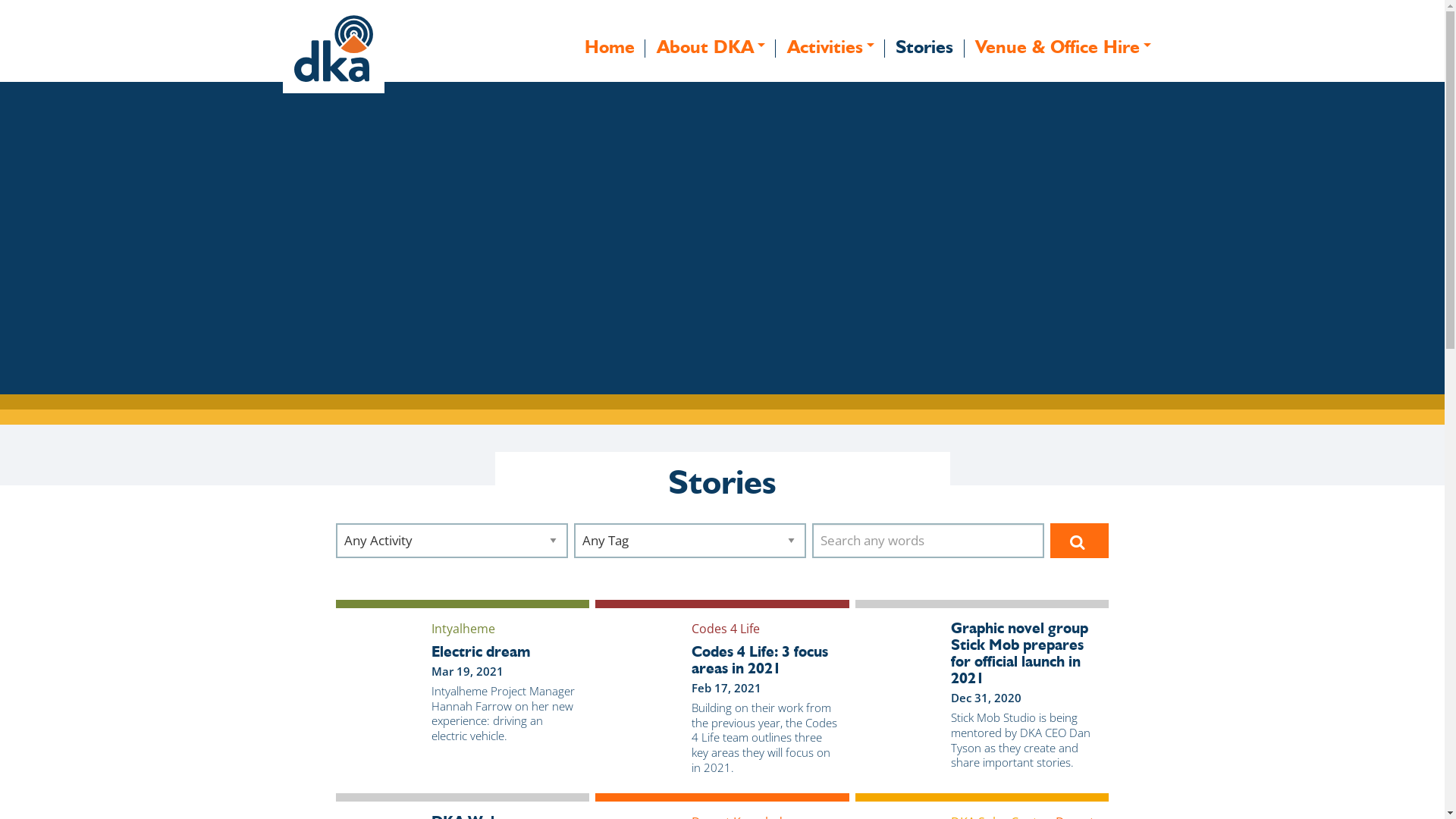 The height and width of the screenshot is (819, 1456). What do you see at coordinates (462, 629) in the screenshot?
I see `'Intyalheme'` at bounding box center [462, 629].